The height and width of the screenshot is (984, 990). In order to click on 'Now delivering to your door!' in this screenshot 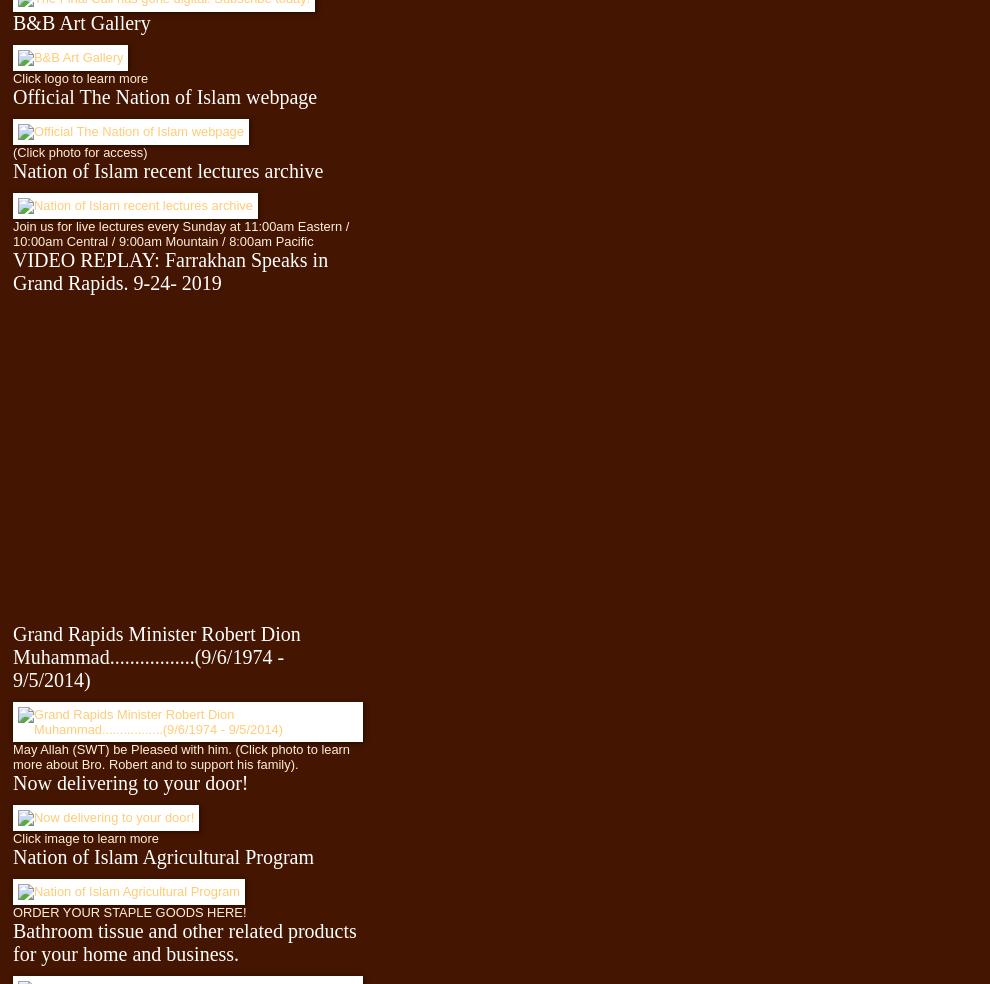, I will do `click(129, 780)`.